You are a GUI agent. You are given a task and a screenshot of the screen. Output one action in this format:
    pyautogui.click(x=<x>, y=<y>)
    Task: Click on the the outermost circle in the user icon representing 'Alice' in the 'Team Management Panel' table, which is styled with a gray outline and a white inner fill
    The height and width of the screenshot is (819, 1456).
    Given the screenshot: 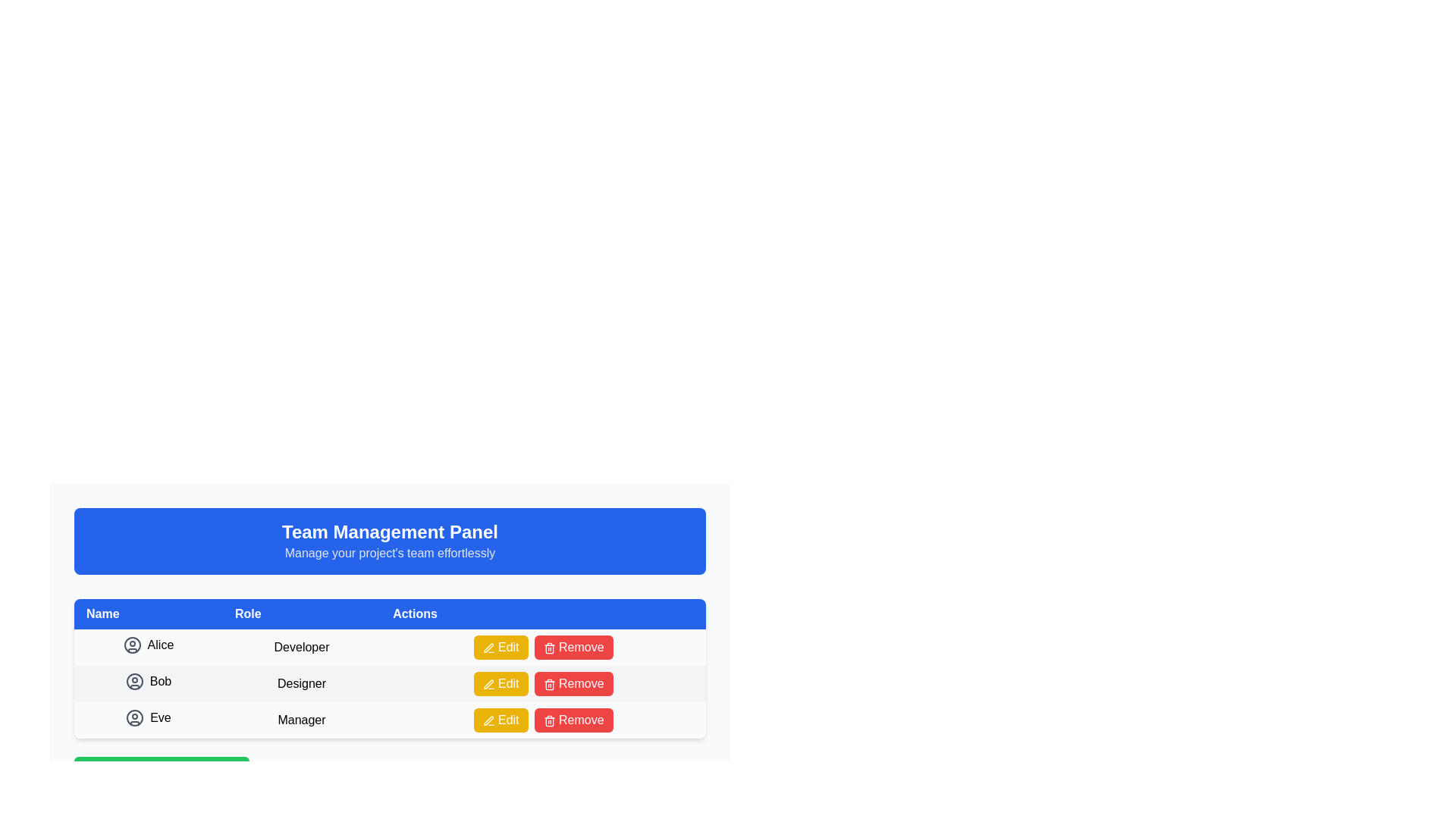 What is the action you would take?
    pyautogui.click(x=132, y=645)
    